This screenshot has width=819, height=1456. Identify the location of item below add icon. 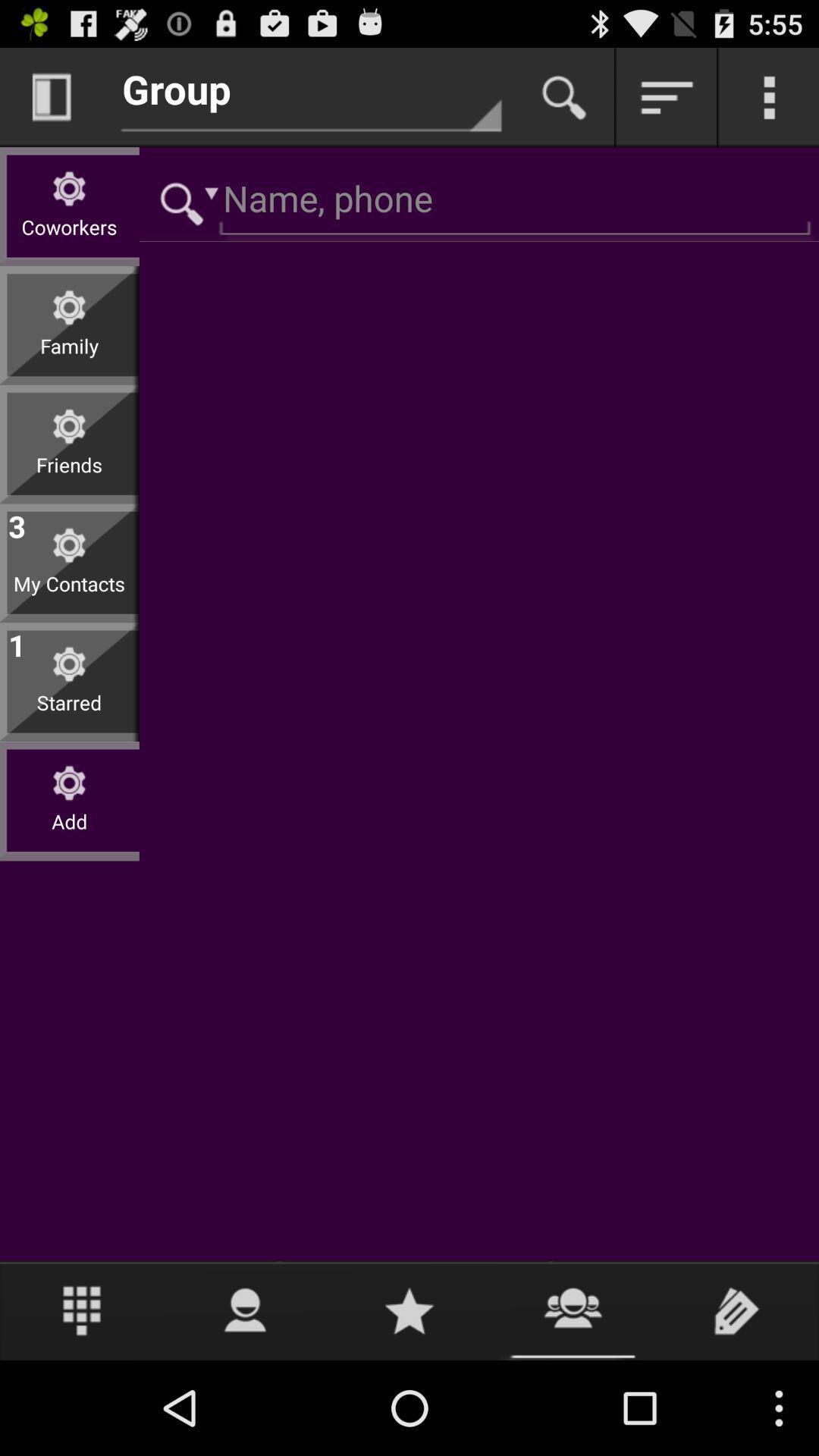
(82, 1310).